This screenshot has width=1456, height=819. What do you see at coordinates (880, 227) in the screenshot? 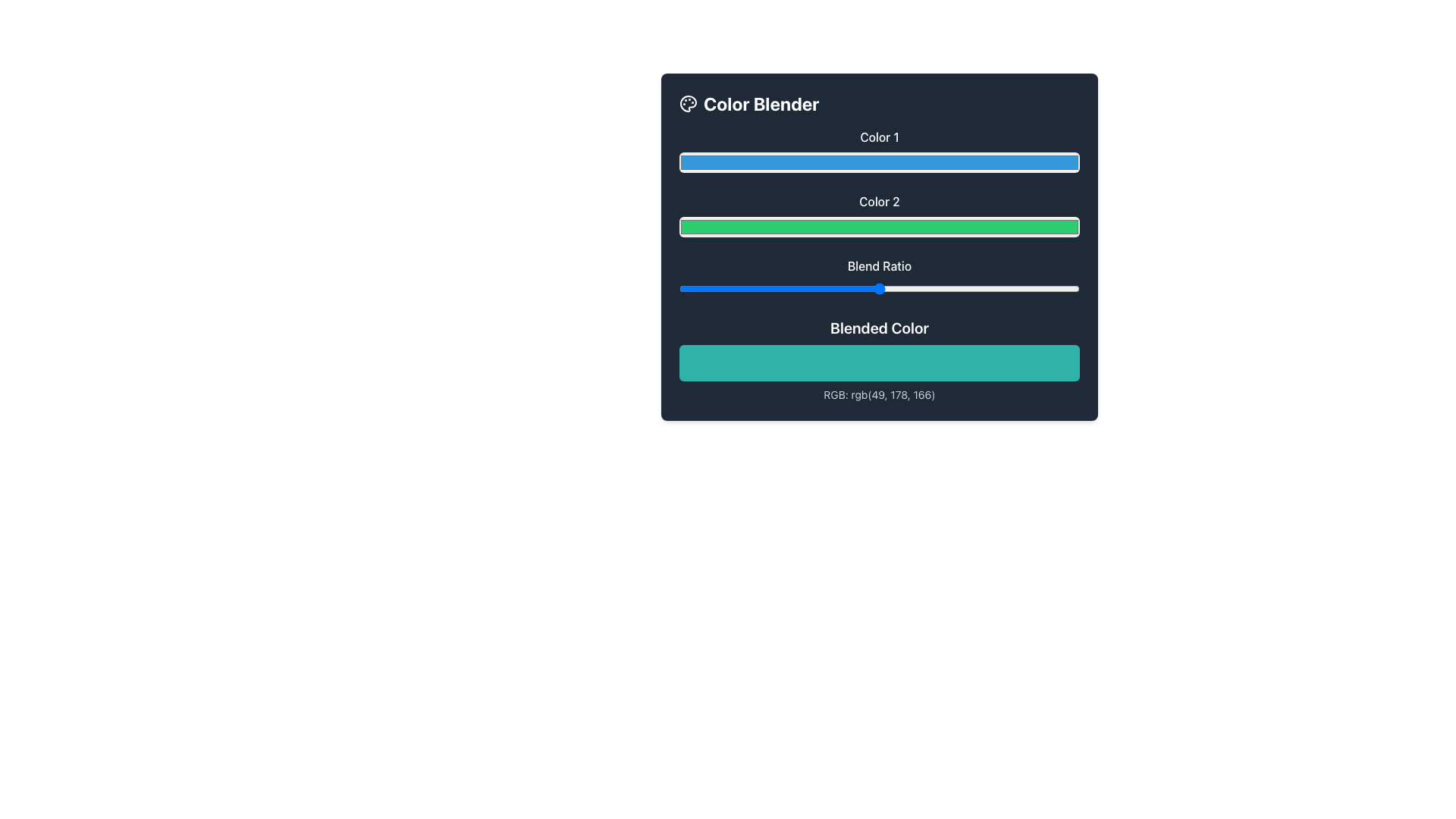
I see `the color picker on the color input field` at bounding box center [880, 227].